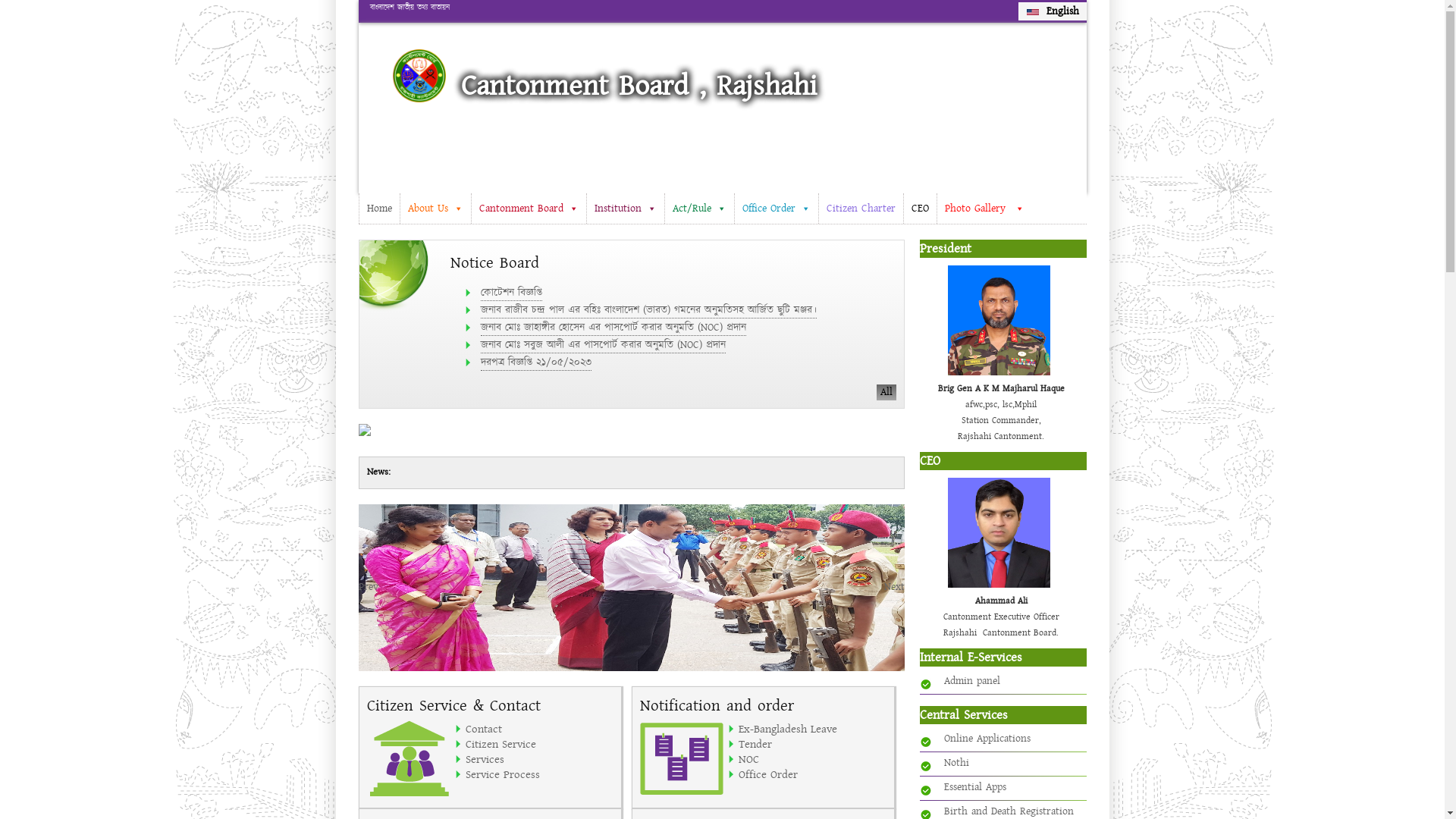 Image resolution: width=1456 pixels, height=819 pixels. I want to click on 'Services', so click(465, 759).